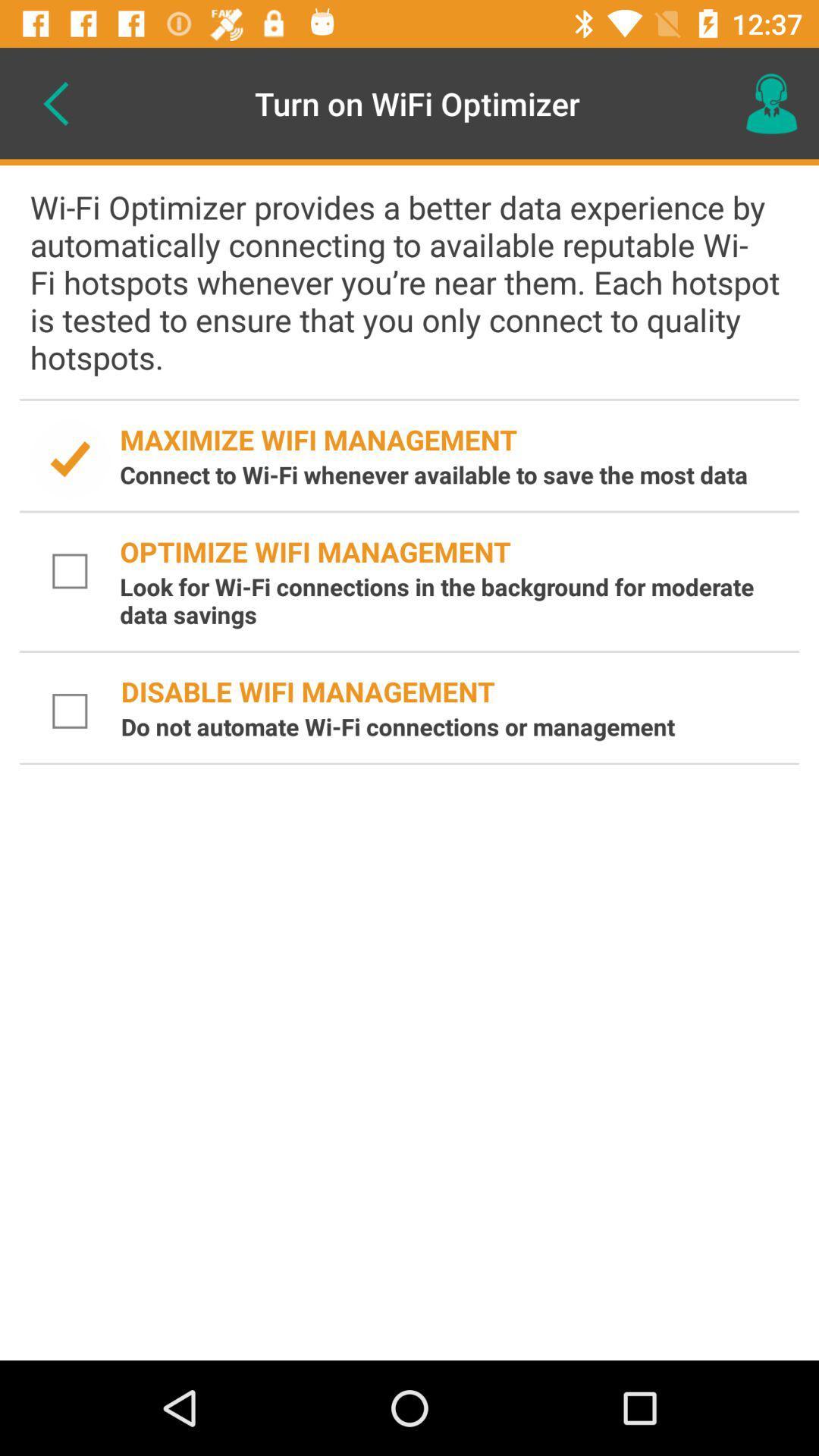 The width and height of the screenshot is (819, 1456). What do you see at coordinates (771, 102) in the screenshot?
I see `icon to the right of the turn on wifi` at bounding box center [771, 102].